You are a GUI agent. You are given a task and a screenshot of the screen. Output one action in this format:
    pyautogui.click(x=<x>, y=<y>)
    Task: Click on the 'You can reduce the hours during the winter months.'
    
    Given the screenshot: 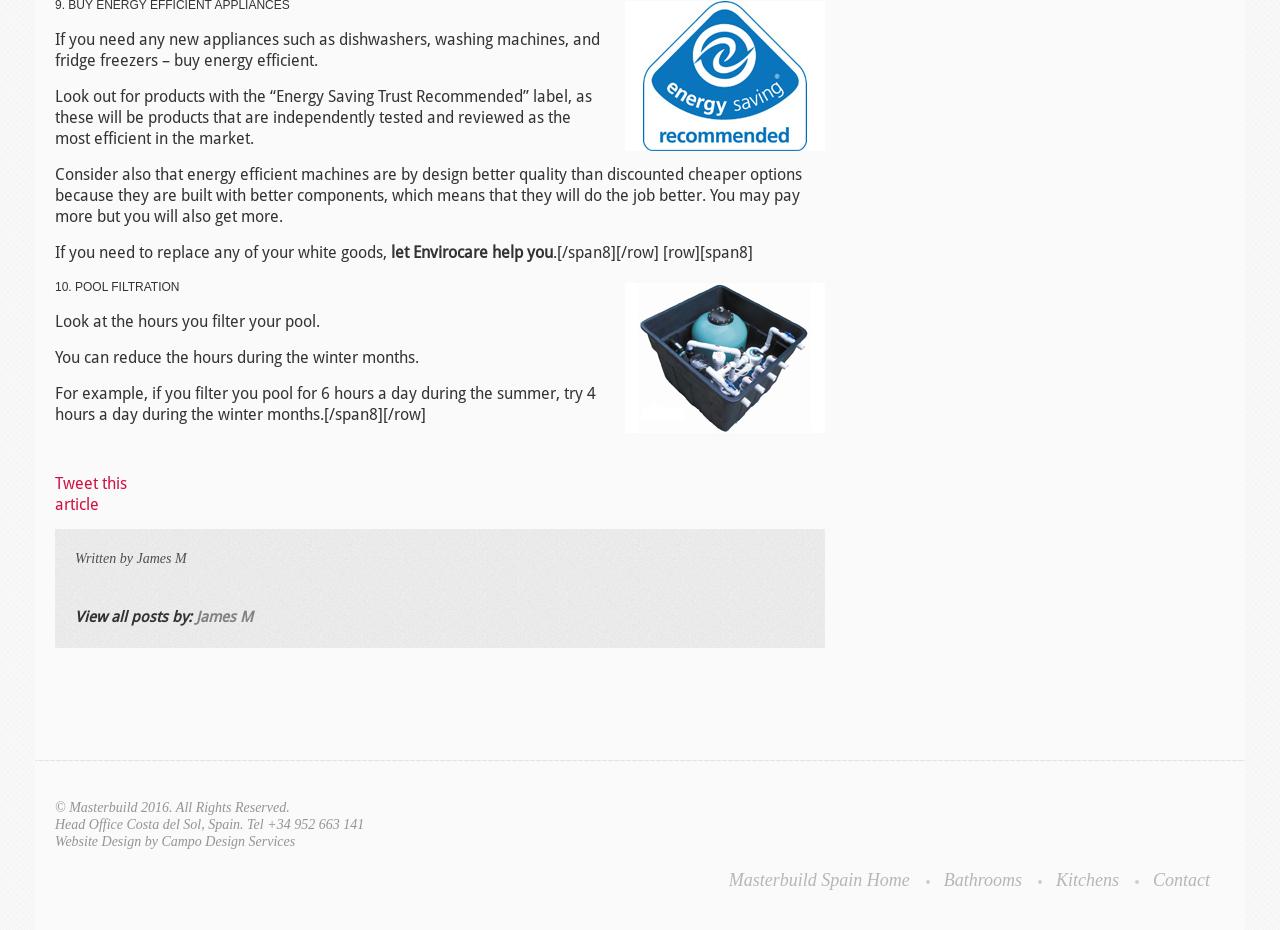 What is the action you would take?
    pyautogui.click(x=237, y=355)
    